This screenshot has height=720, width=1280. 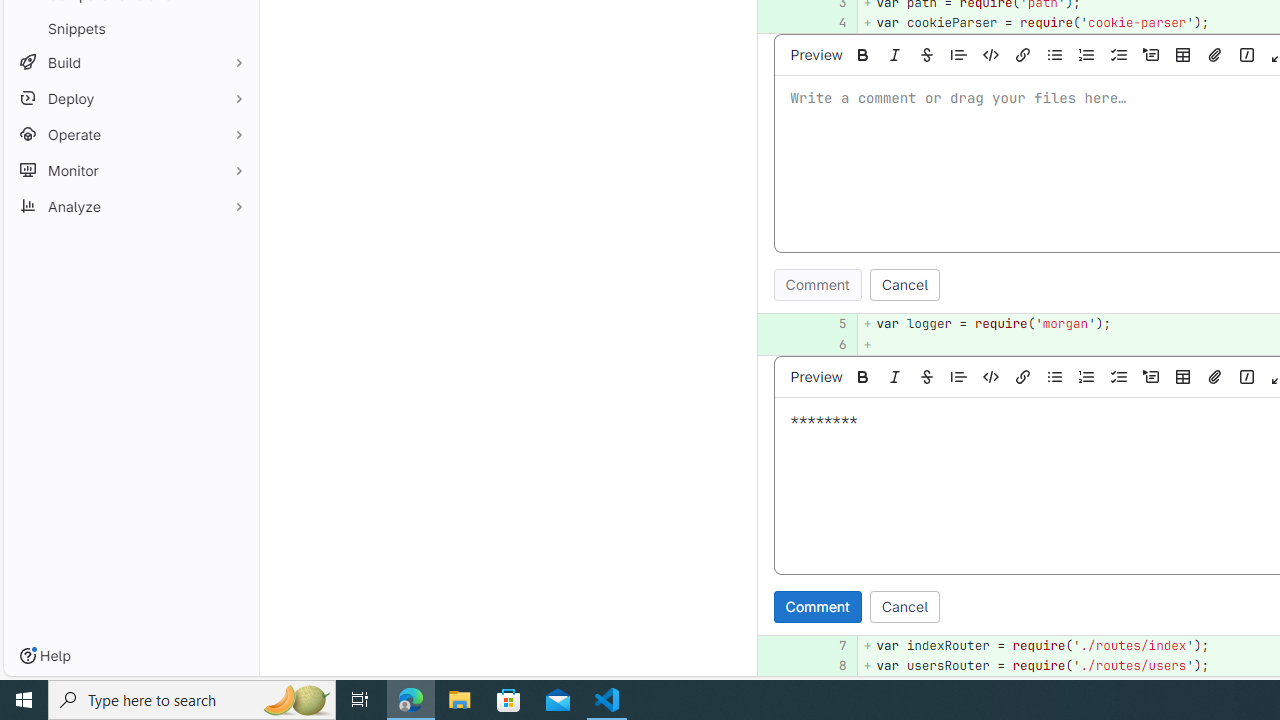 I want to click on '4', so click(x=832, y=23).